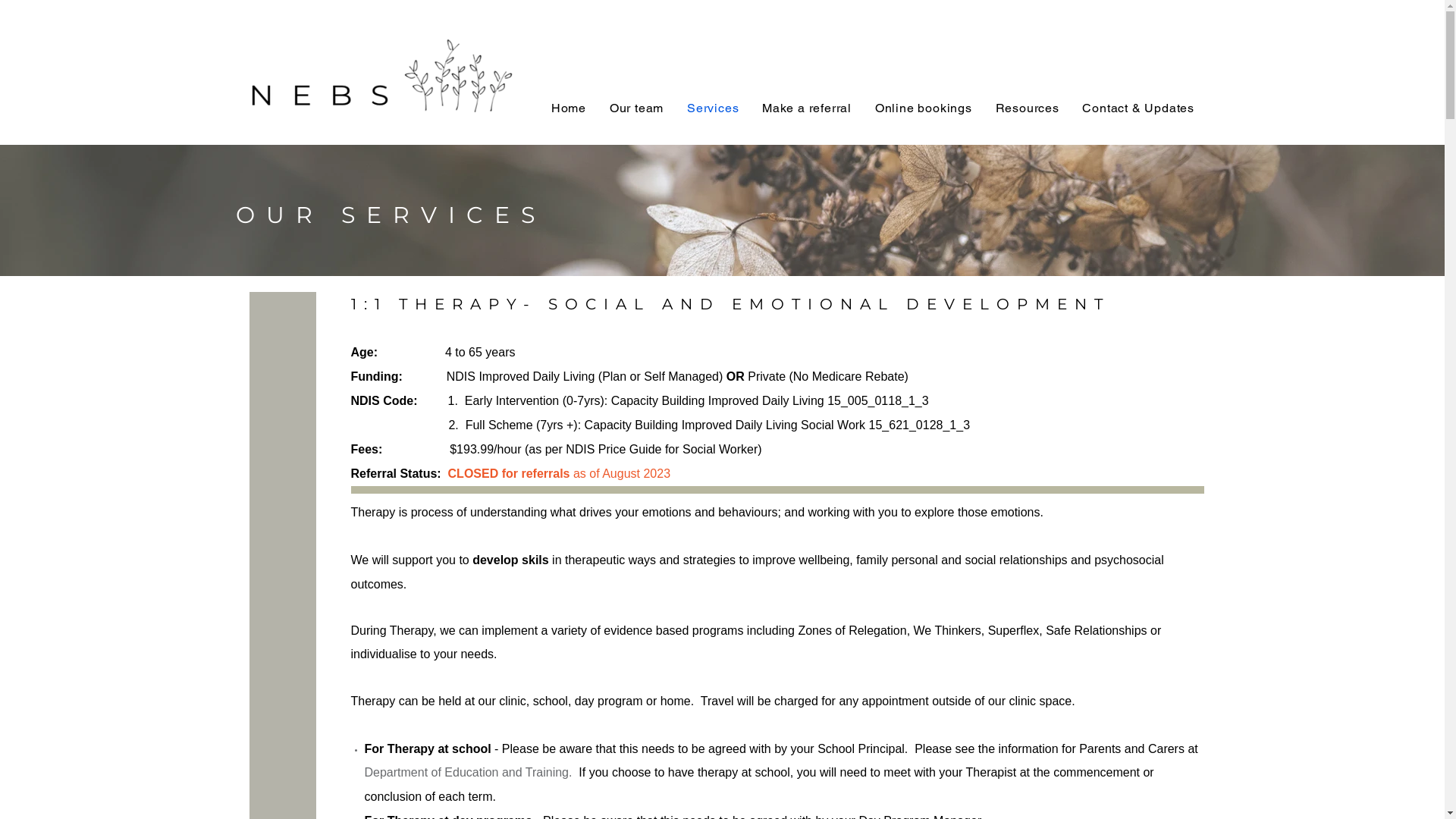 This screenshot has height=819, width=1456. What do you see at coordinates (712, 107) in the screenshot?
I see `'Services'` at bounding box center [712, 107].